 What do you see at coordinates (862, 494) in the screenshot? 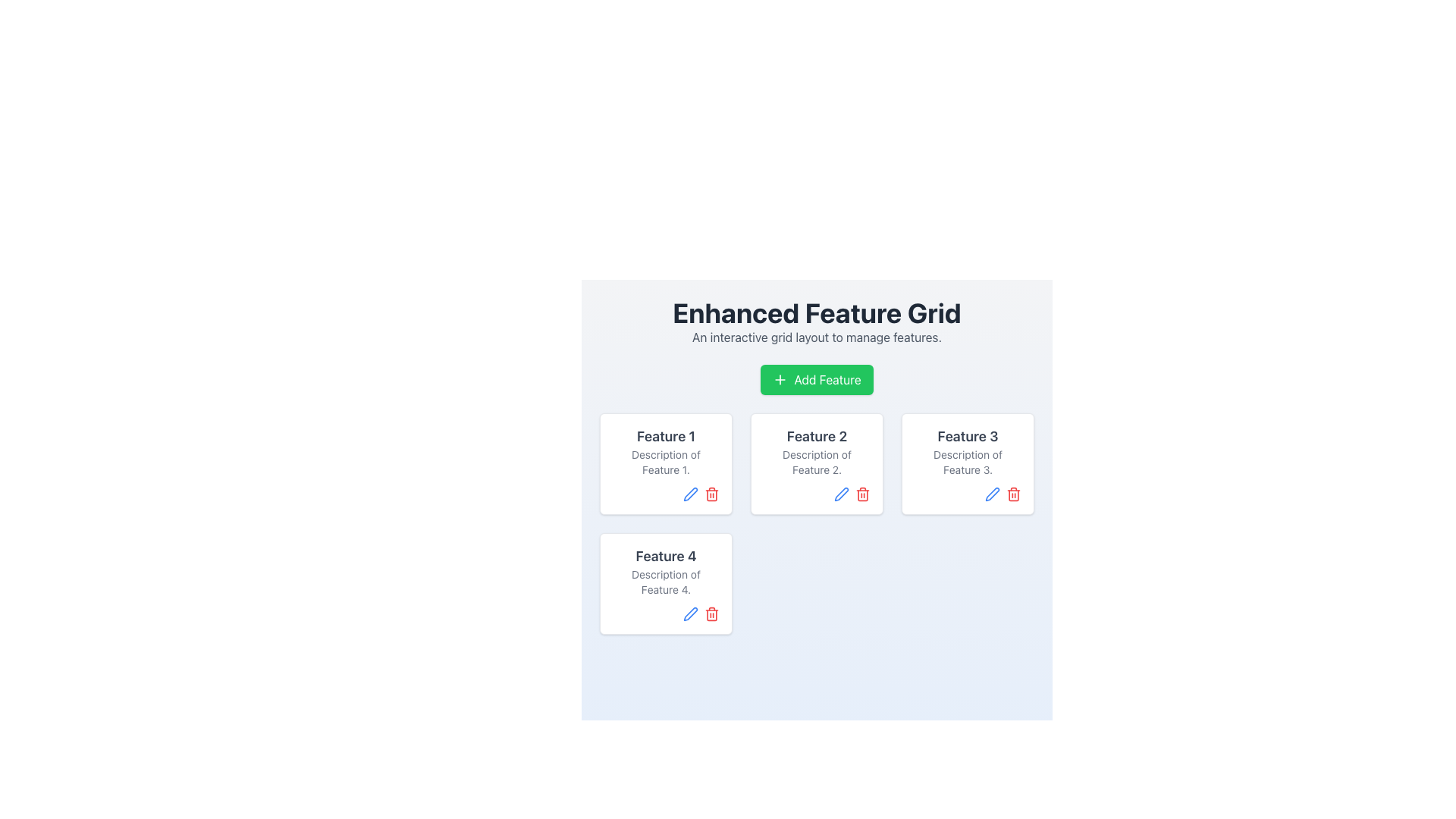
I see `the red trash icon button located at the bottom-right corner of the 'Feature 2' card` at bounding box center [862, 494].